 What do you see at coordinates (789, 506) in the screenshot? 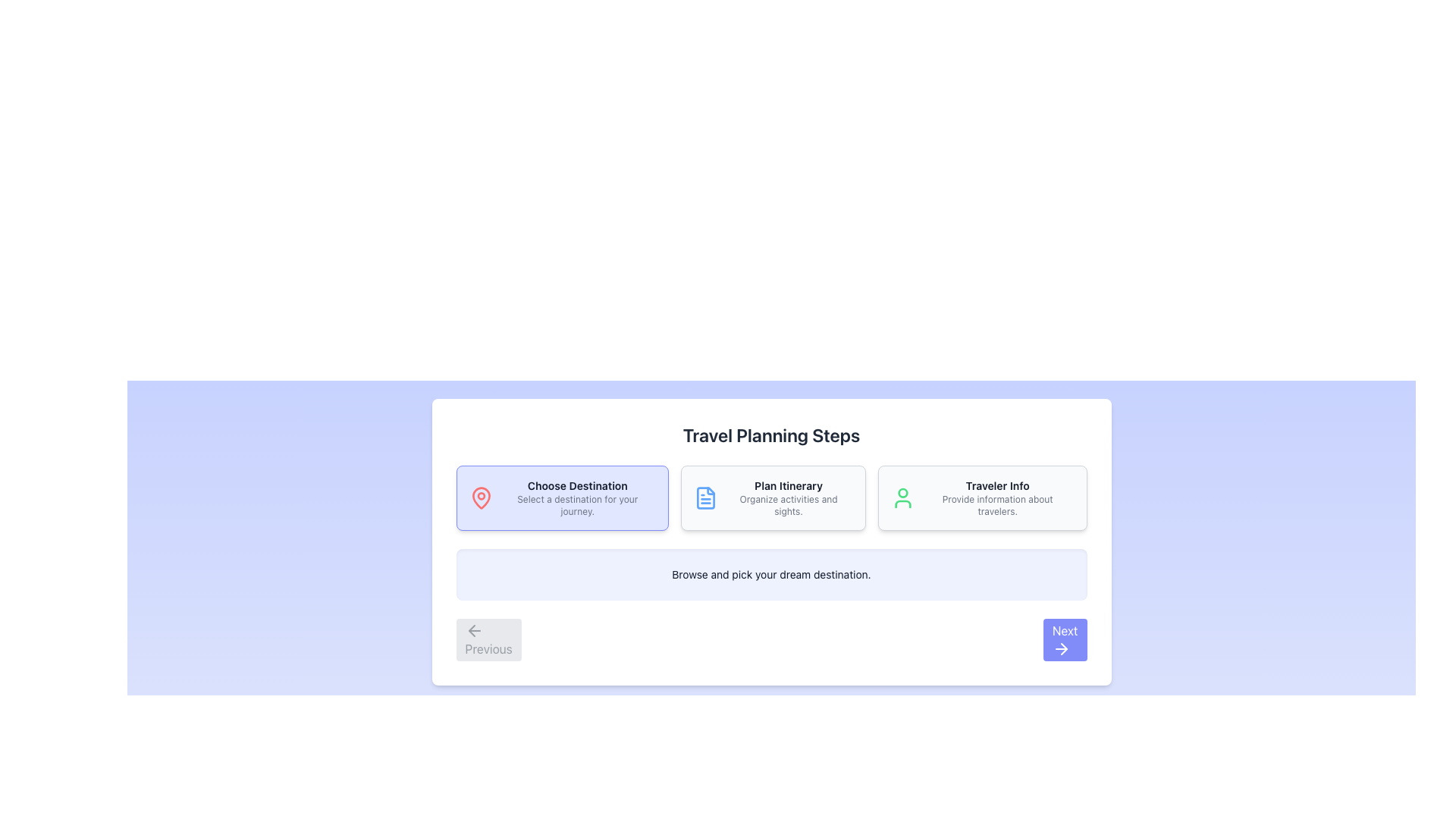
I see `descriptive text located centrally below the first text line in the 'Plan Itinerary' section` at bounding box center [789, 506].